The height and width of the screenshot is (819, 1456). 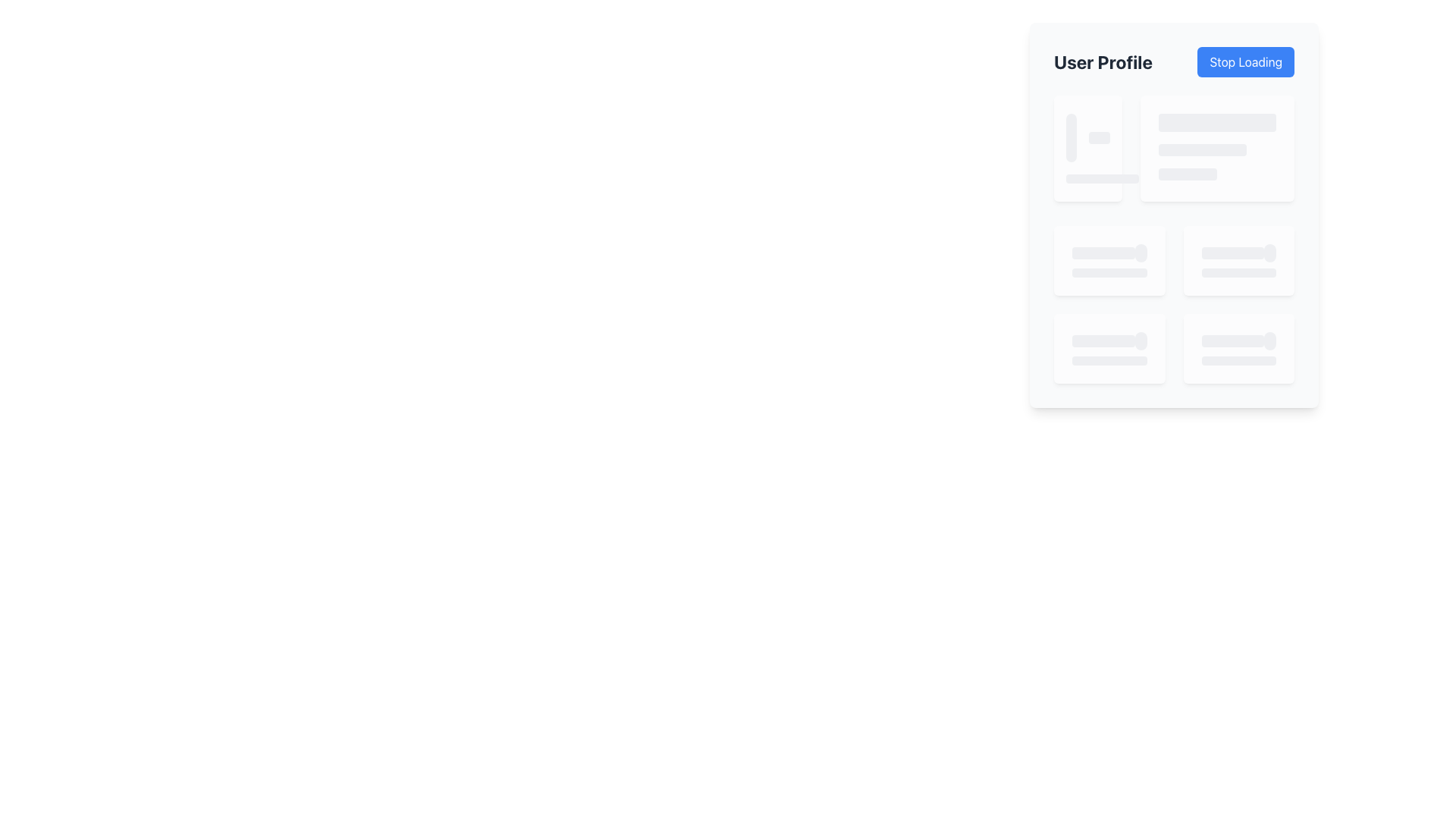 What do you see at coordinates (1140, 341) in the screenshot?
I see `the slider value` at bounding box center [1140, 341].